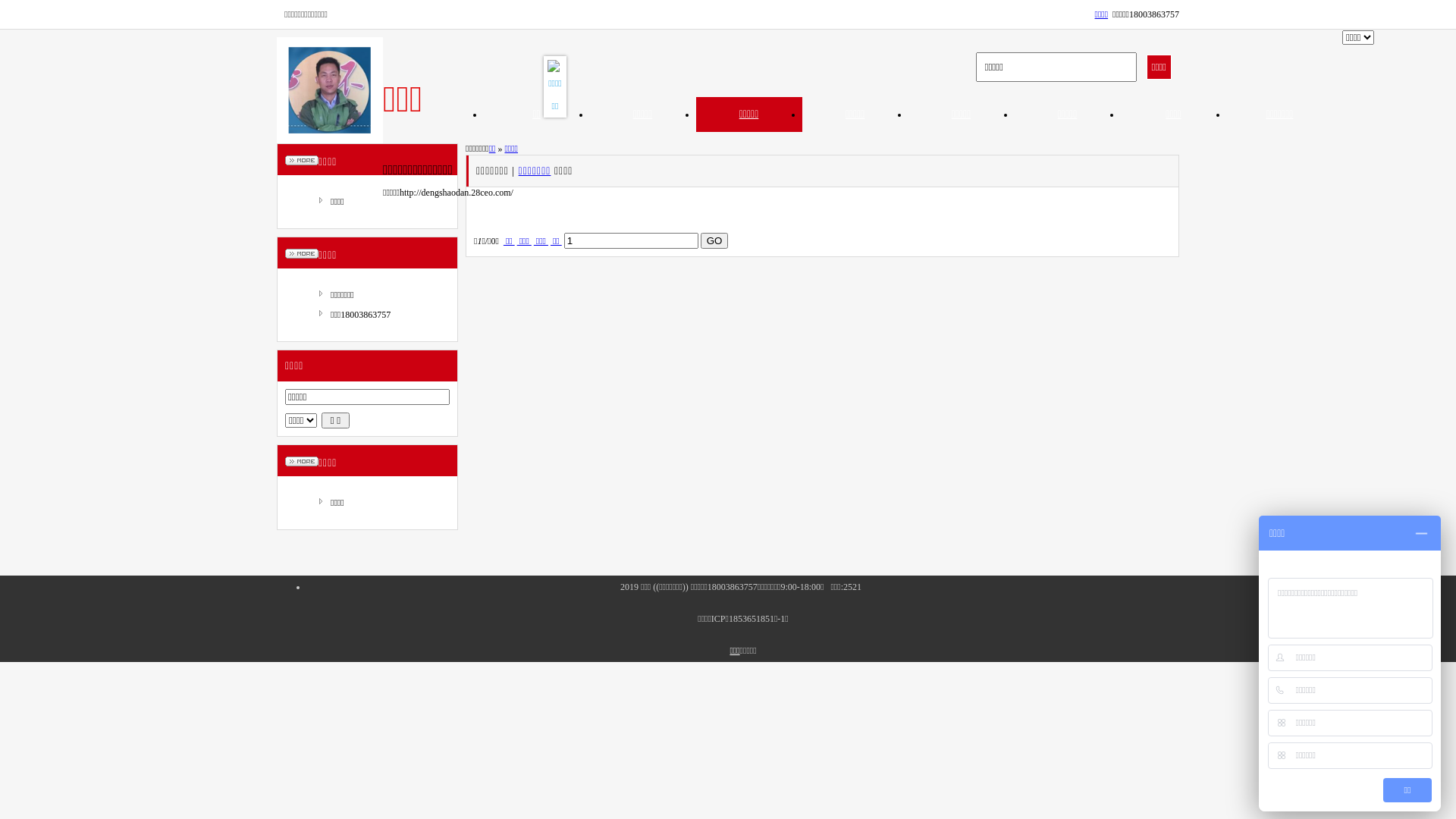  I want to click on 'GO', so click(714, 240).